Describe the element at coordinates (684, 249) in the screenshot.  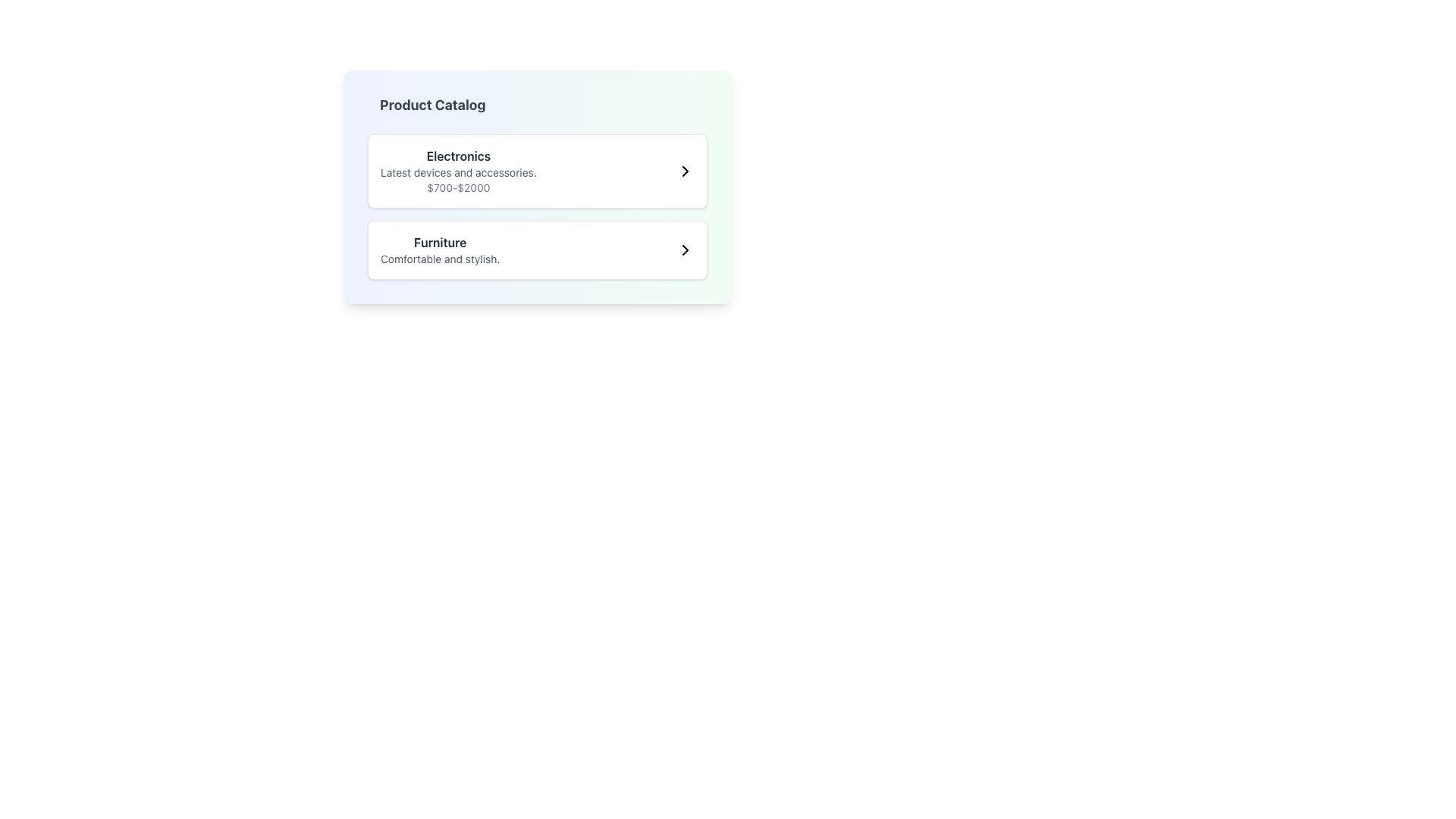
I see `the chevron-shaped arrow icon located at the far right of the 'Furniture' entry in the category list` at that location.